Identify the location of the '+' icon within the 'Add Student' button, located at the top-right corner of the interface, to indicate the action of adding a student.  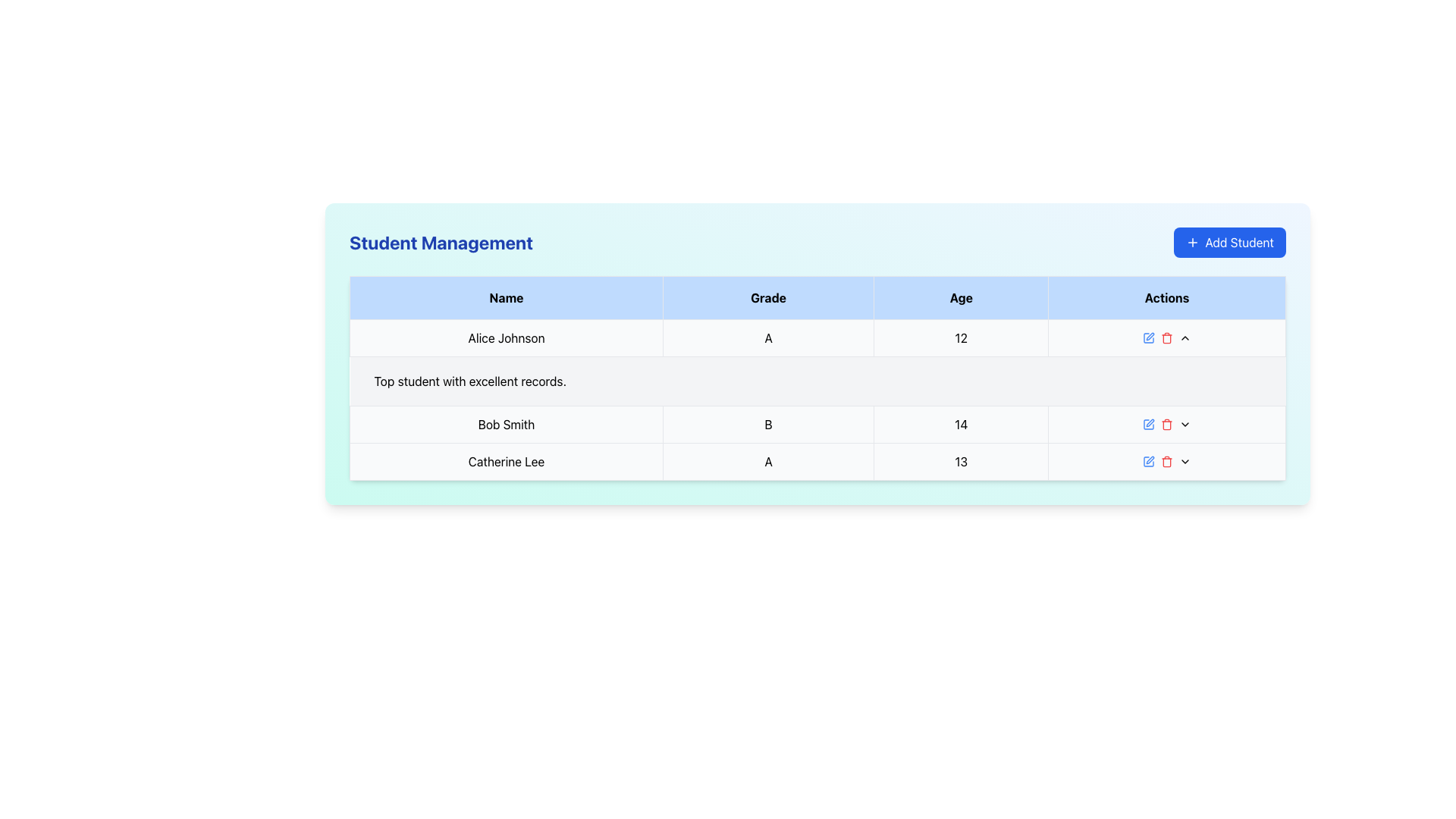
(1191, 242).